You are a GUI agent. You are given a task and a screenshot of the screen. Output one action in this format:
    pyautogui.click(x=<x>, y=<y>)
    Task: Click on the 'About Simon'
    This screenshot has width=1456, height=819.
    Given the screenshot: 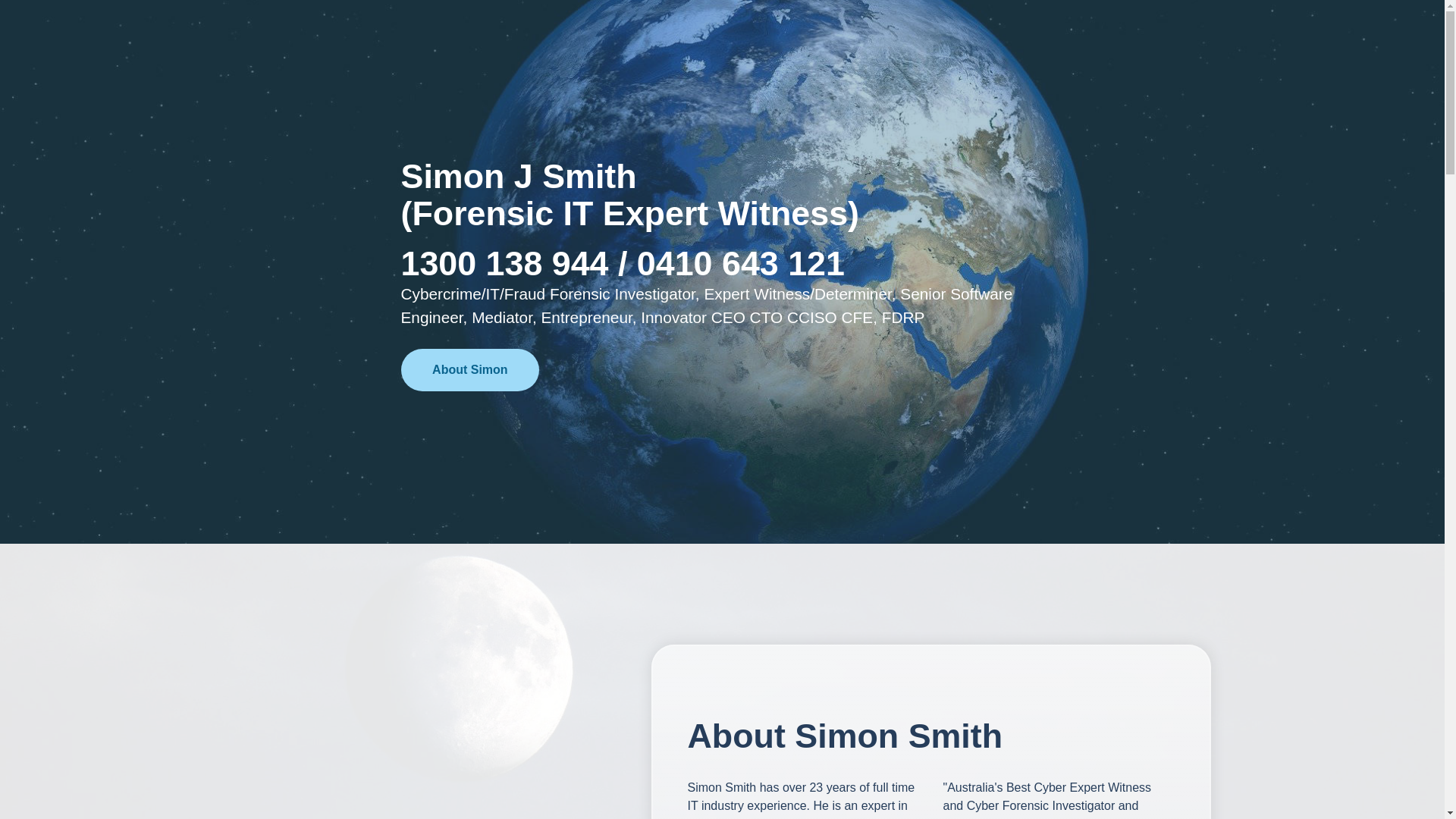 What is the action you would take?
    pyautogui.click(x=469, y=370)
    